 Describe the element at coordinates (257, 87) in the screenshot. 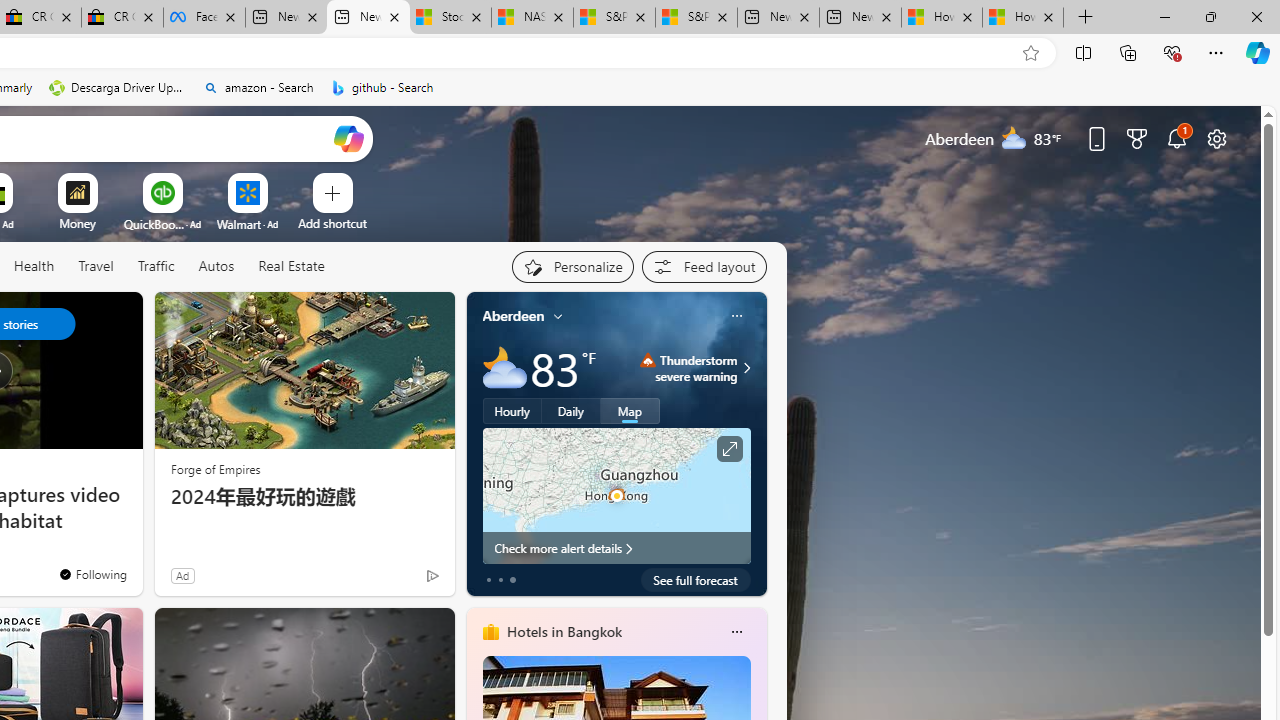

I see `'amazon - Search'` at that location.